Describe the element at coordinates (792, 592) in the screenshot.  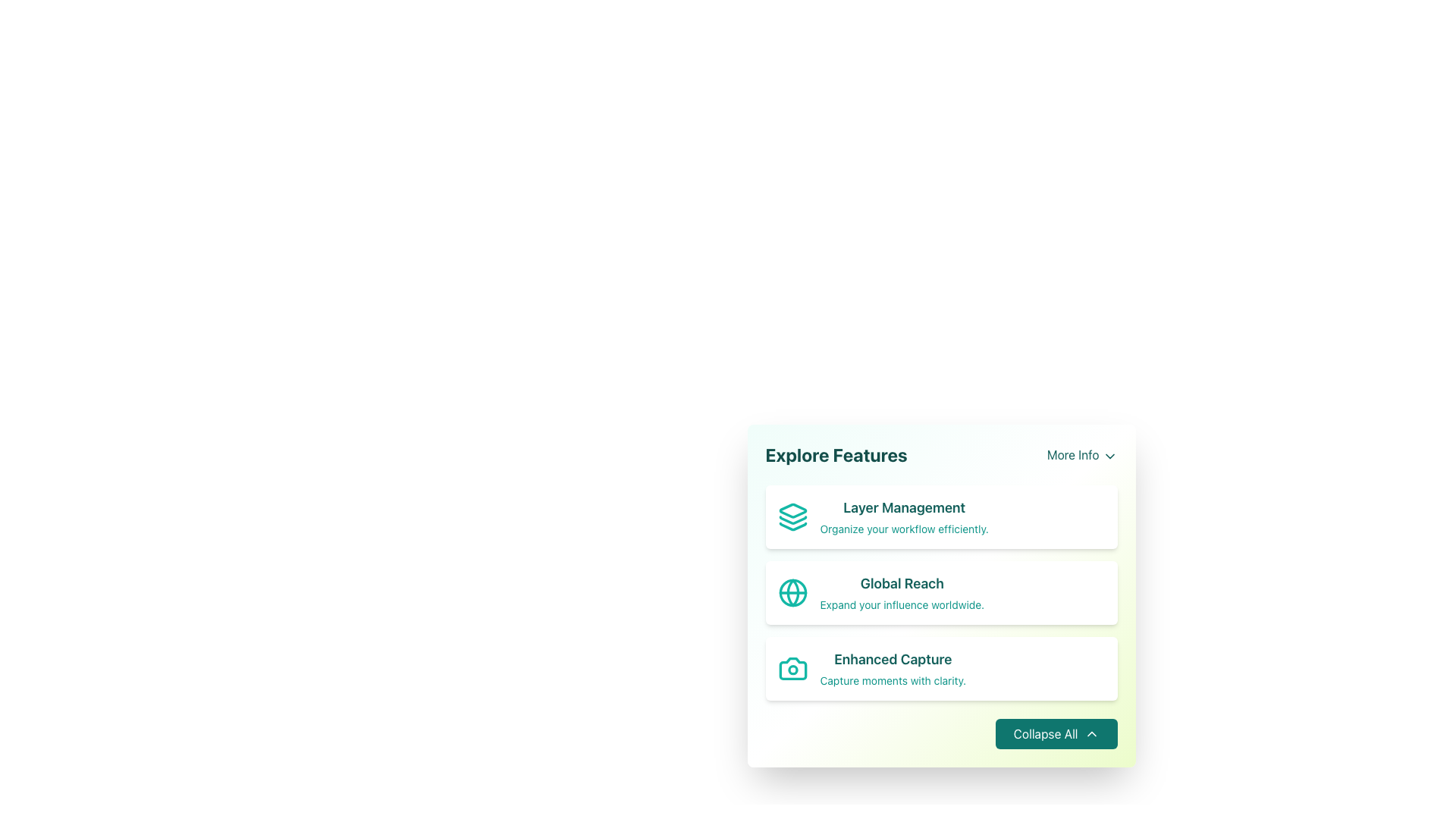
I see `the Decorative SVG Circle located at the center of the globe icon in the 'Global Reach' feature of the 'Explore Features' panel` at that location.